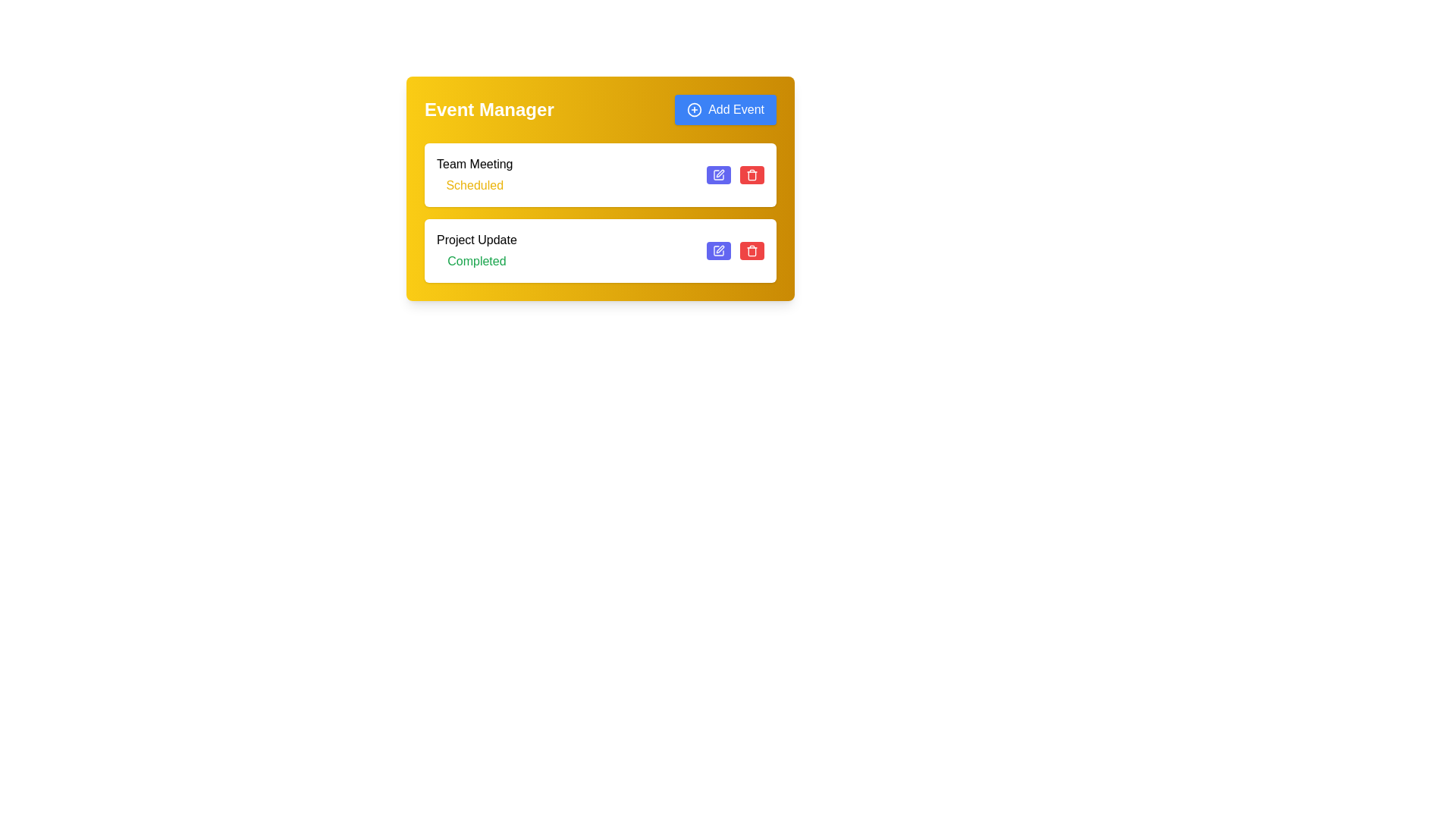  I want to click on the informational label displaying the project status as 'Completed', located below the 'Project Update' label in the second panel of the event manager interface, so click(475, 260).